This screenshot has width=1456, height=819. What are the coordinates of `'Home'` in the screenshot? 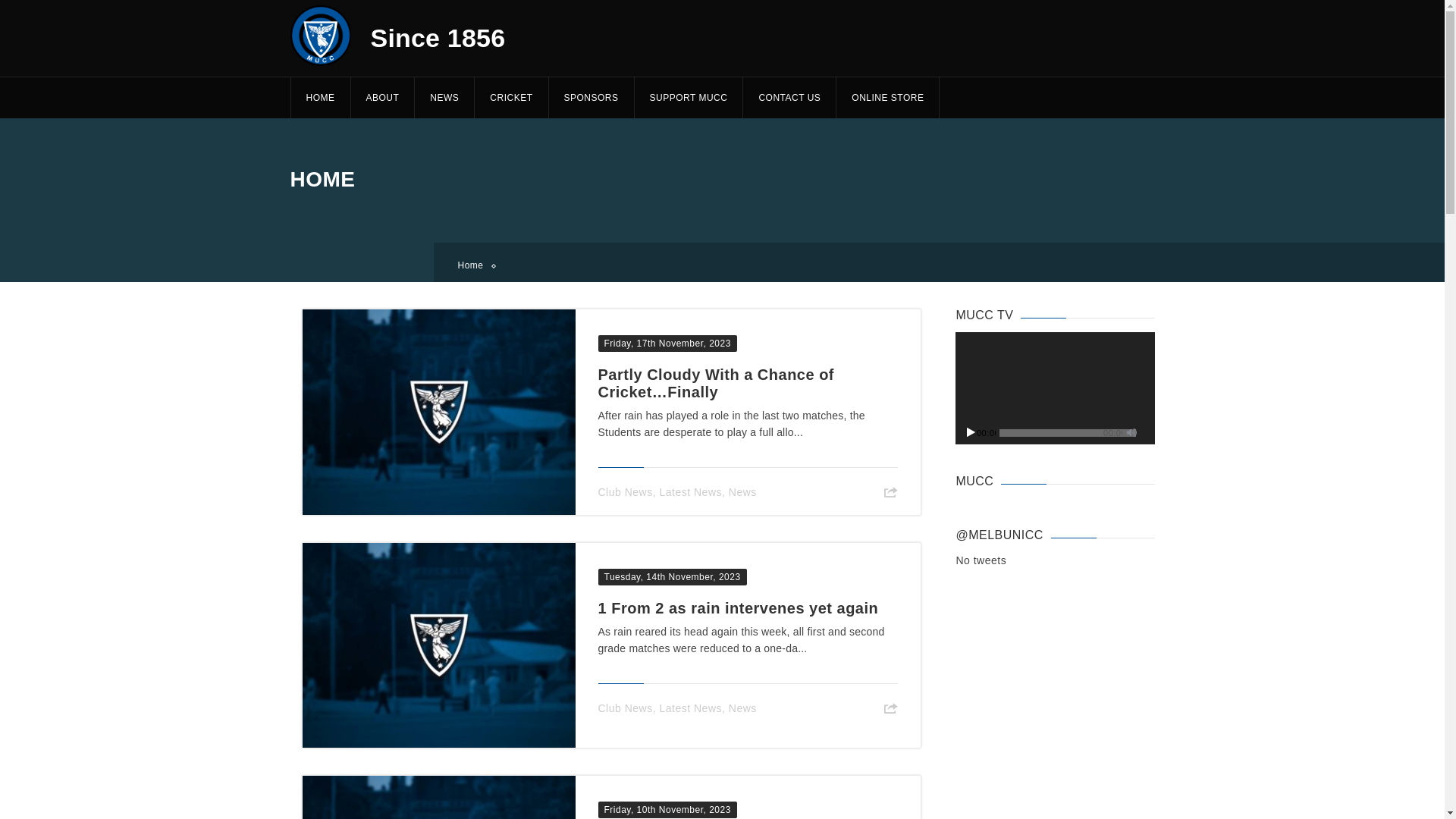 It's located at (475, 265).